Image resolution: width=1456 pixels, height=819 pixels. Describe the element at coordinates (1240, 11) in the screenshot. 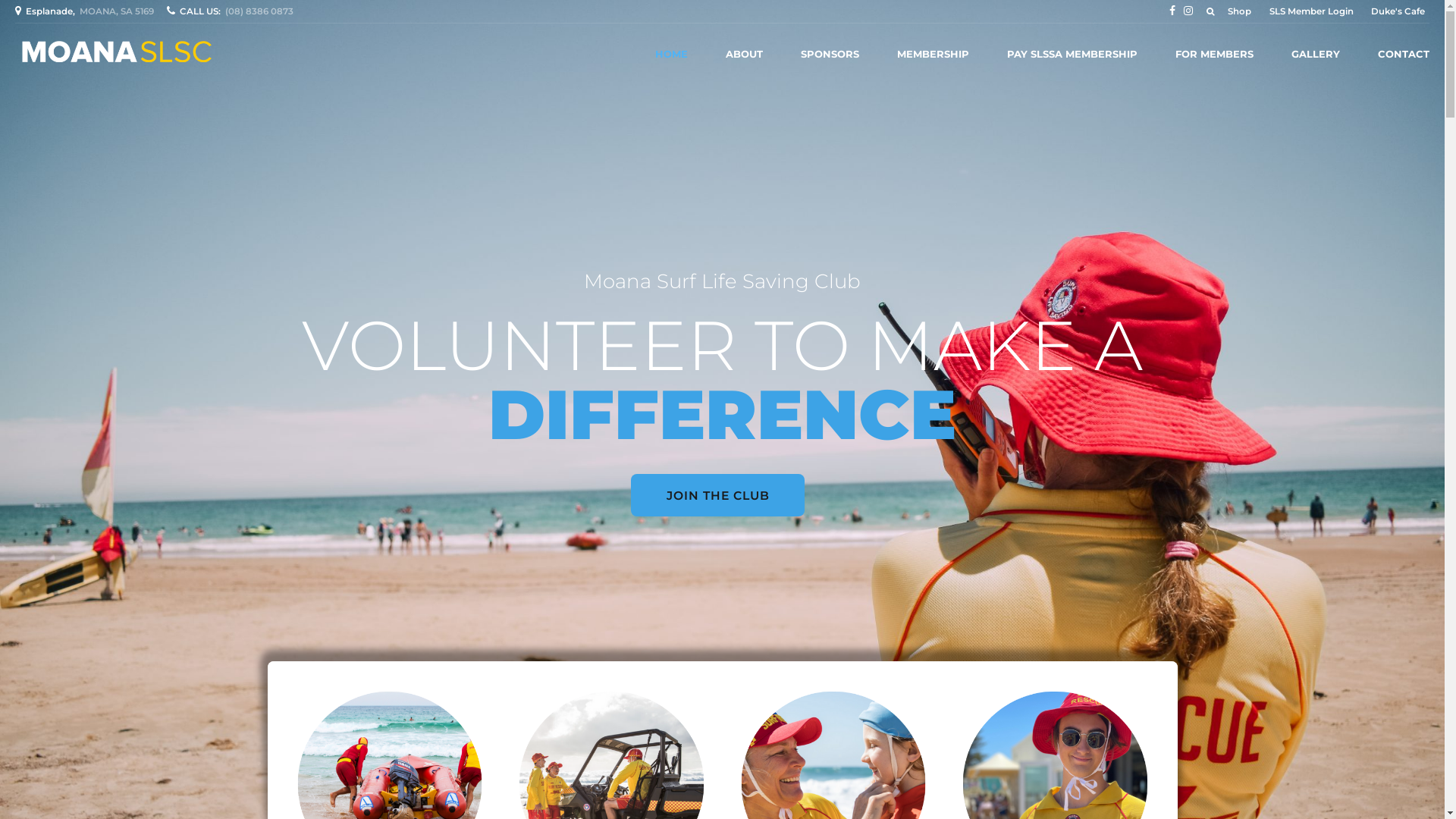

I see `'Shop'` at that location.